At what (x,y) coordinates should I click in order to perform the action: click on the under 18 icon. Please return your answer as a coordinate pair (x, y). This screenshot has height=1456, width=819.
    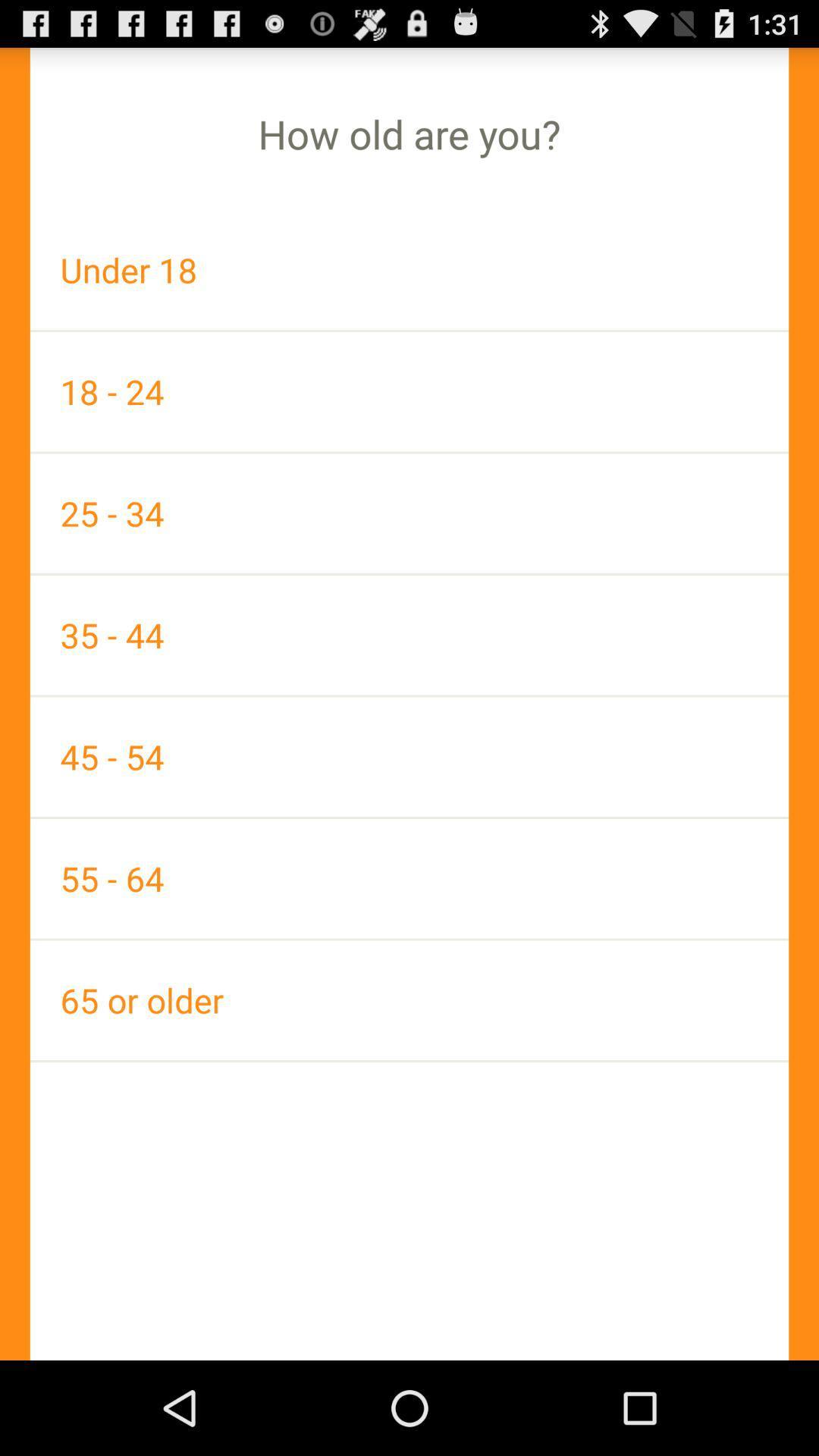
    Looking at the image, I should click on (409, 270).